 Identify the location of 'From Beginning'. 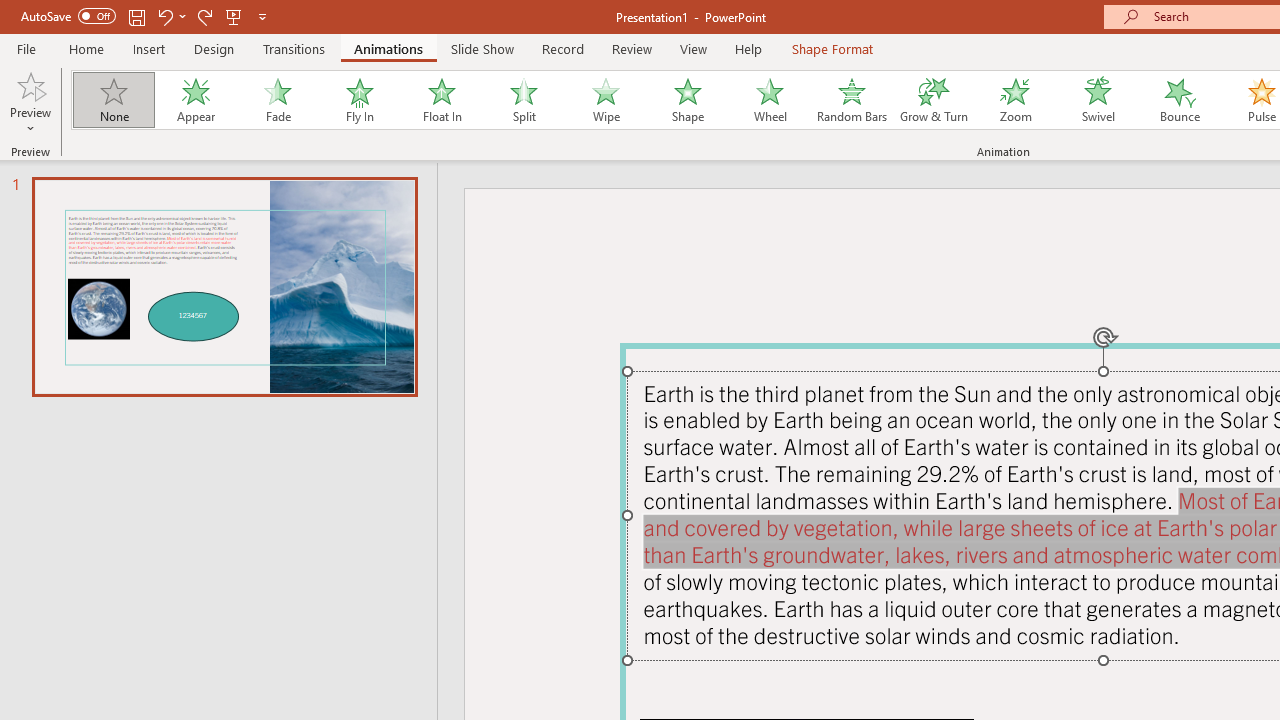
(234, 16).